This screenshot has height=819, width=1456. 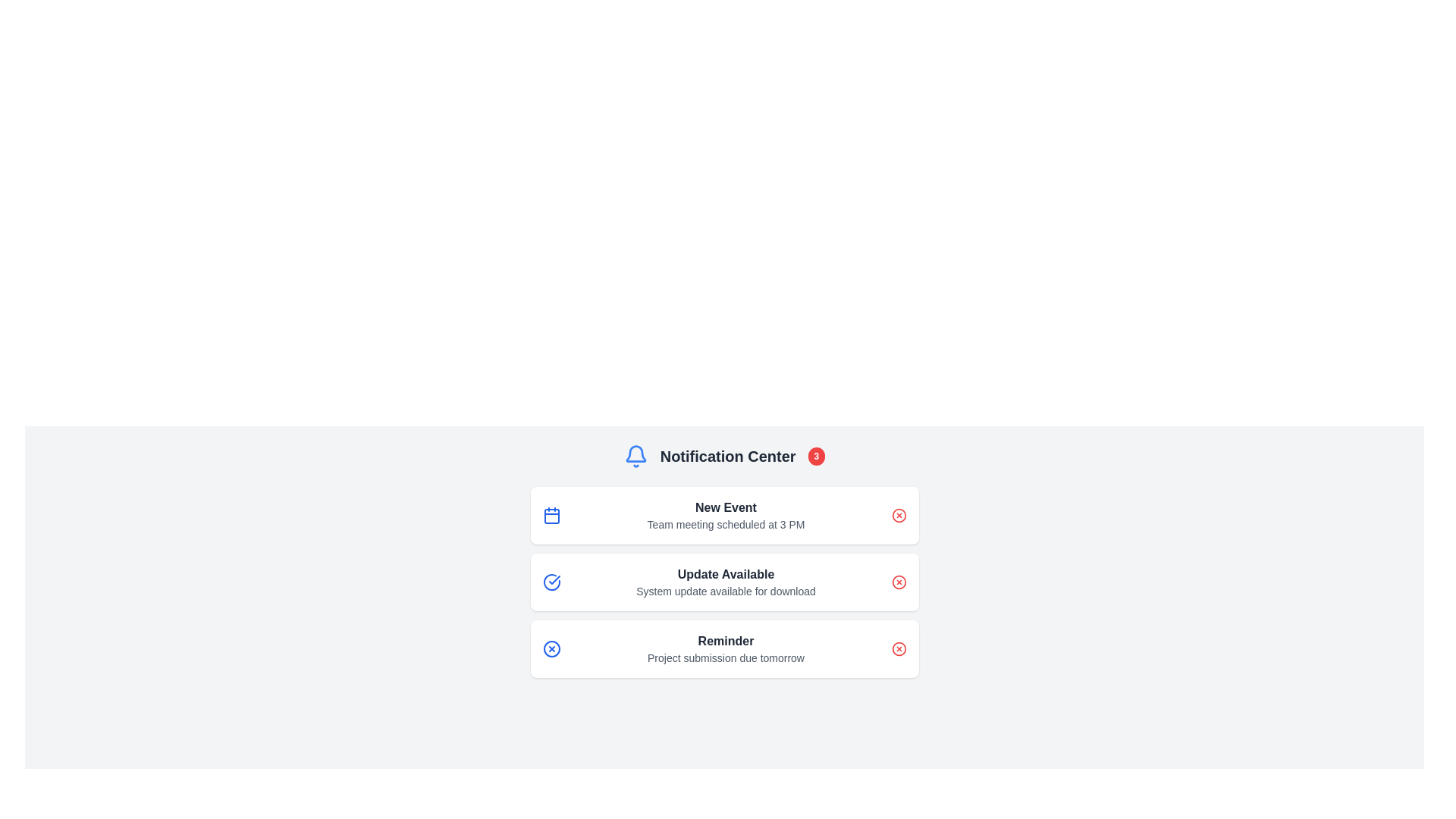 What do you see at coordinates (723, 455) in the screenshot?
I see `the Notification Center header element, which indicates the purpose of the section and shows the number of unread notifications` at bounding box center [723, 455].